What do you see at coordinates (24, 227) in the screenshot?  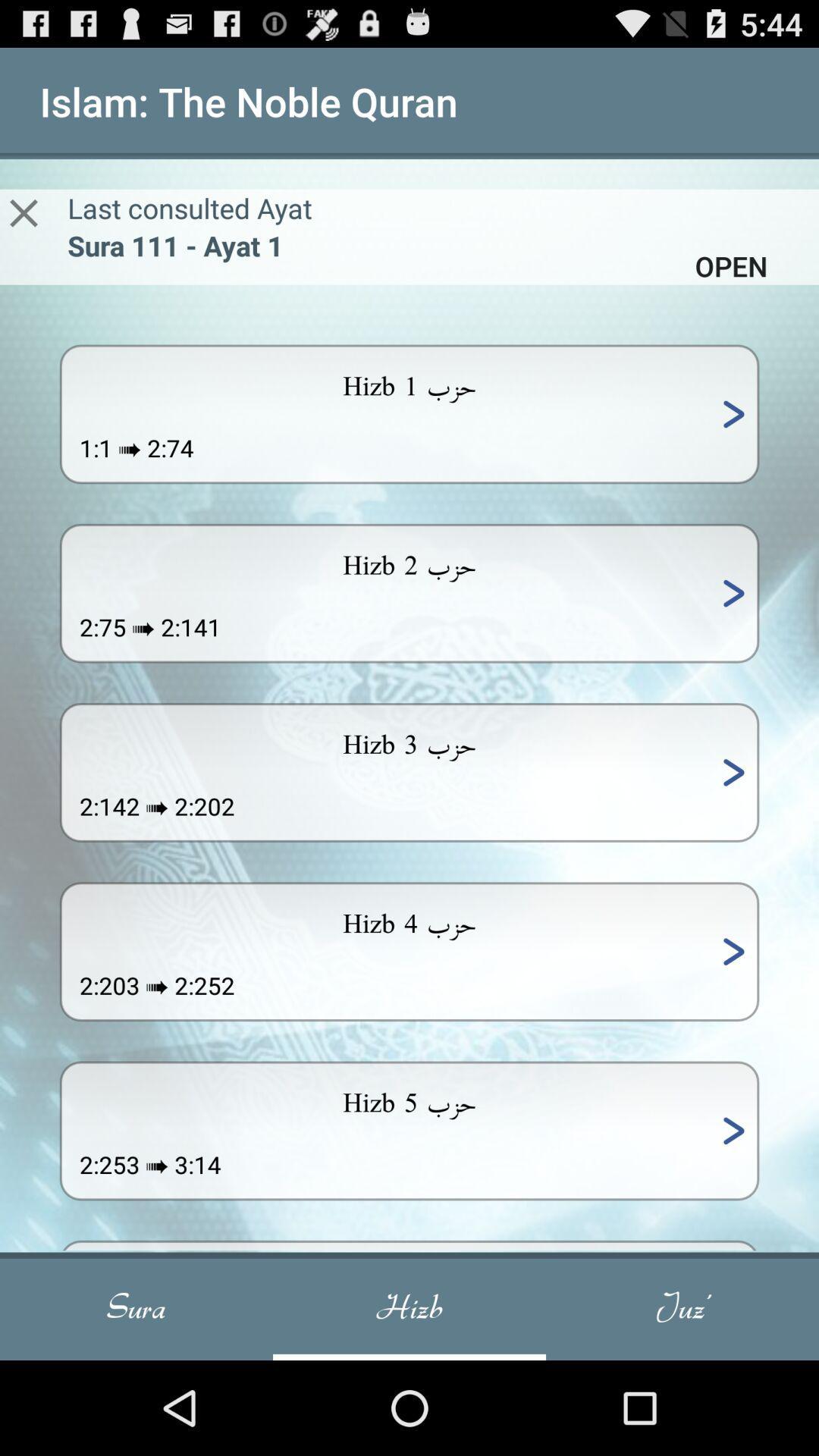 I see `the close icon` at bounding box center [24, 227].